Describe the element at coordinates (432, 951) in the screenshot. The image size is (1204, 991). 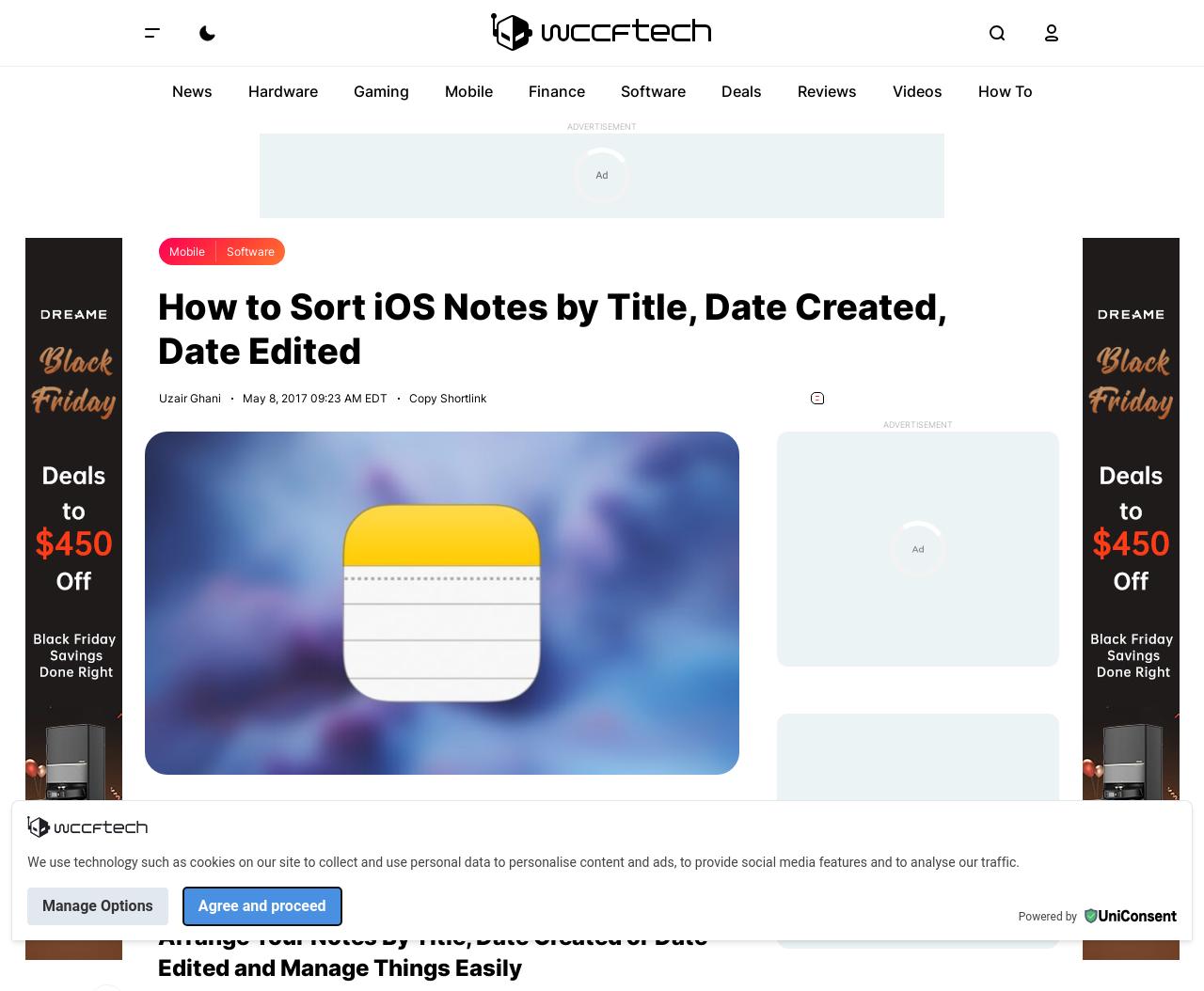
I see `'Arrange Your Notes By Title, Date Created or Date Edited and Manage Things Easily'` at that location.